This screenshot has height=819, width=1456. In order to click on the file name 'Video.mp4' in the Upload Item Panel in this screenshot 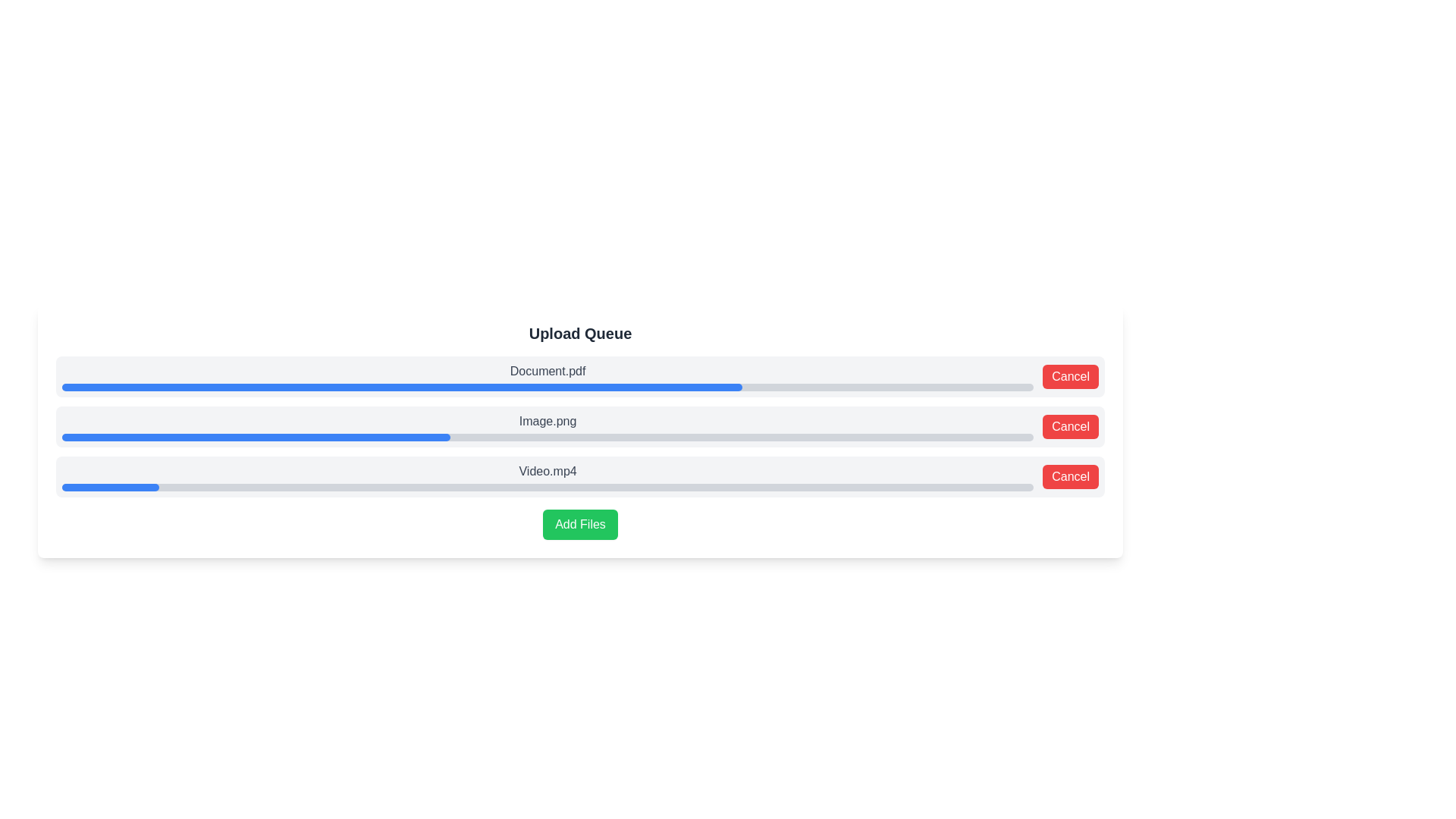, I will do `click(579, 475)`.